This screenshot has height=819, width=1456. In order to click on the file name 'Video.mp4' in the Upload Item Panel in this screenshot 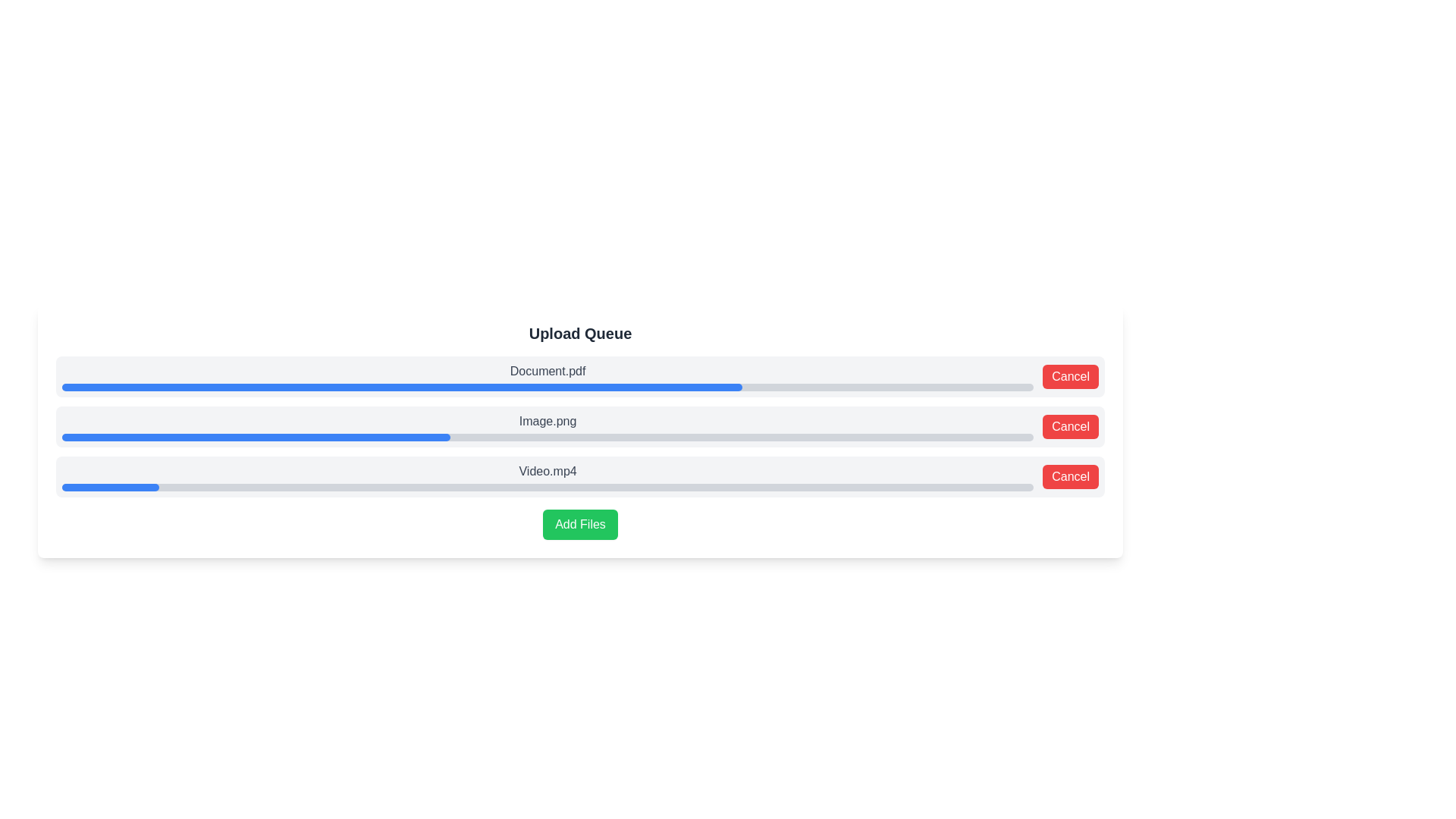, I will do `click(579, 475)`.